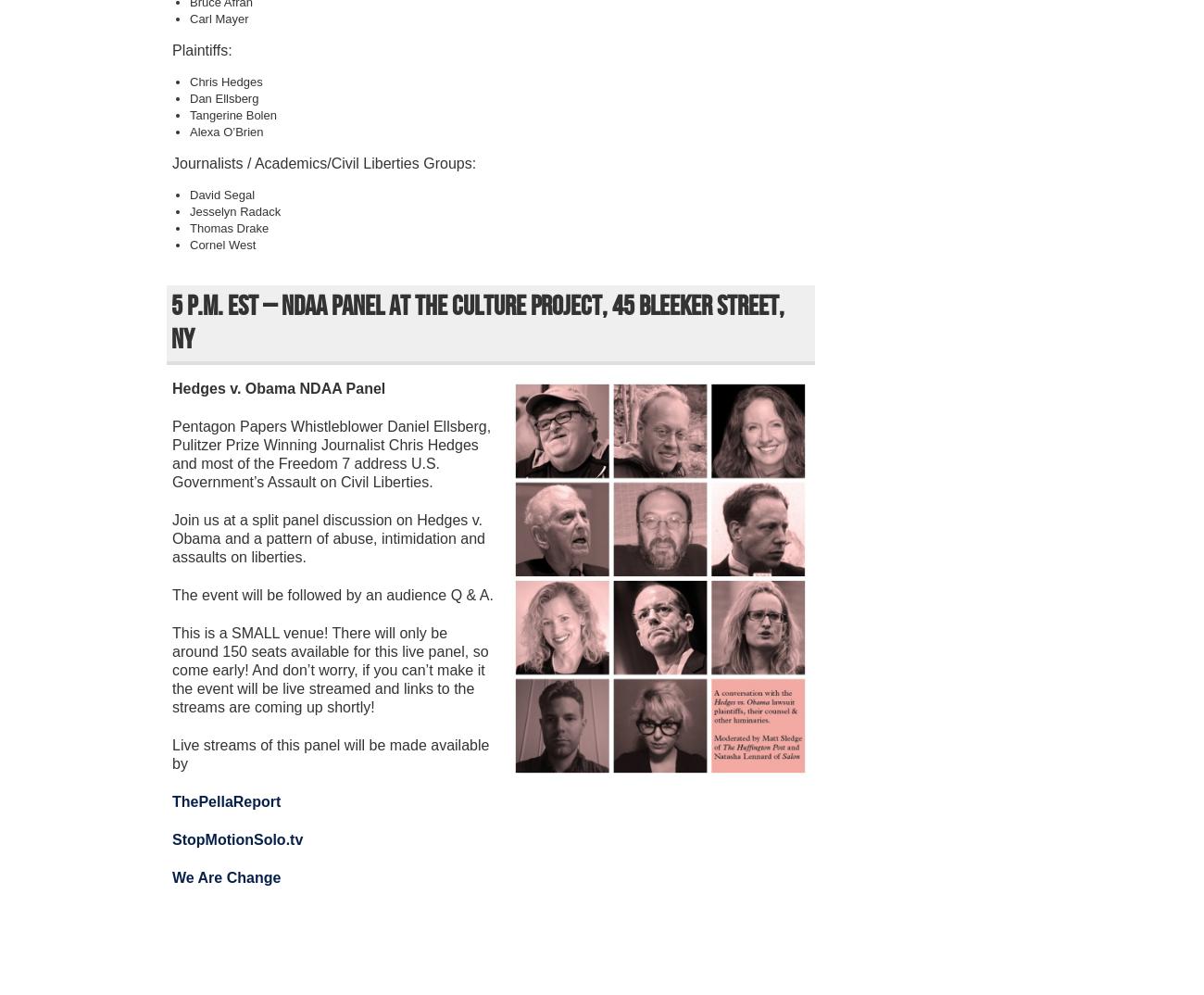  What do you see at coordinates (225, 82) in the screenshot?
I see `'Chris Hedges'` at bounding box center [225, 82].